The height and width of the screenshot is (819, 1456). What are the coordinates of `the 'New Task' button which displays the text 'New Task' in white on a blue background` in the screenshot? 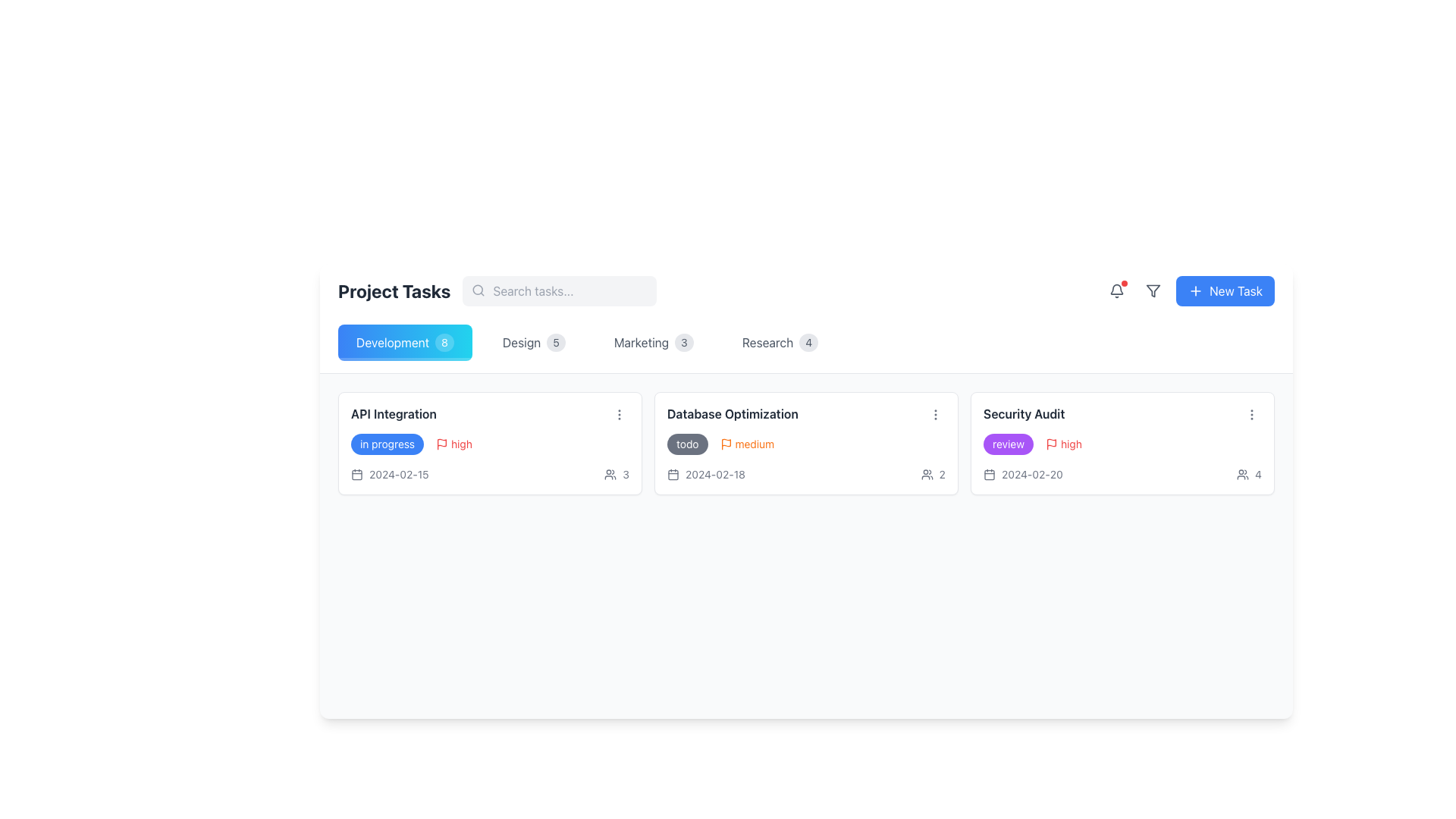 It's located at (1236, 291).